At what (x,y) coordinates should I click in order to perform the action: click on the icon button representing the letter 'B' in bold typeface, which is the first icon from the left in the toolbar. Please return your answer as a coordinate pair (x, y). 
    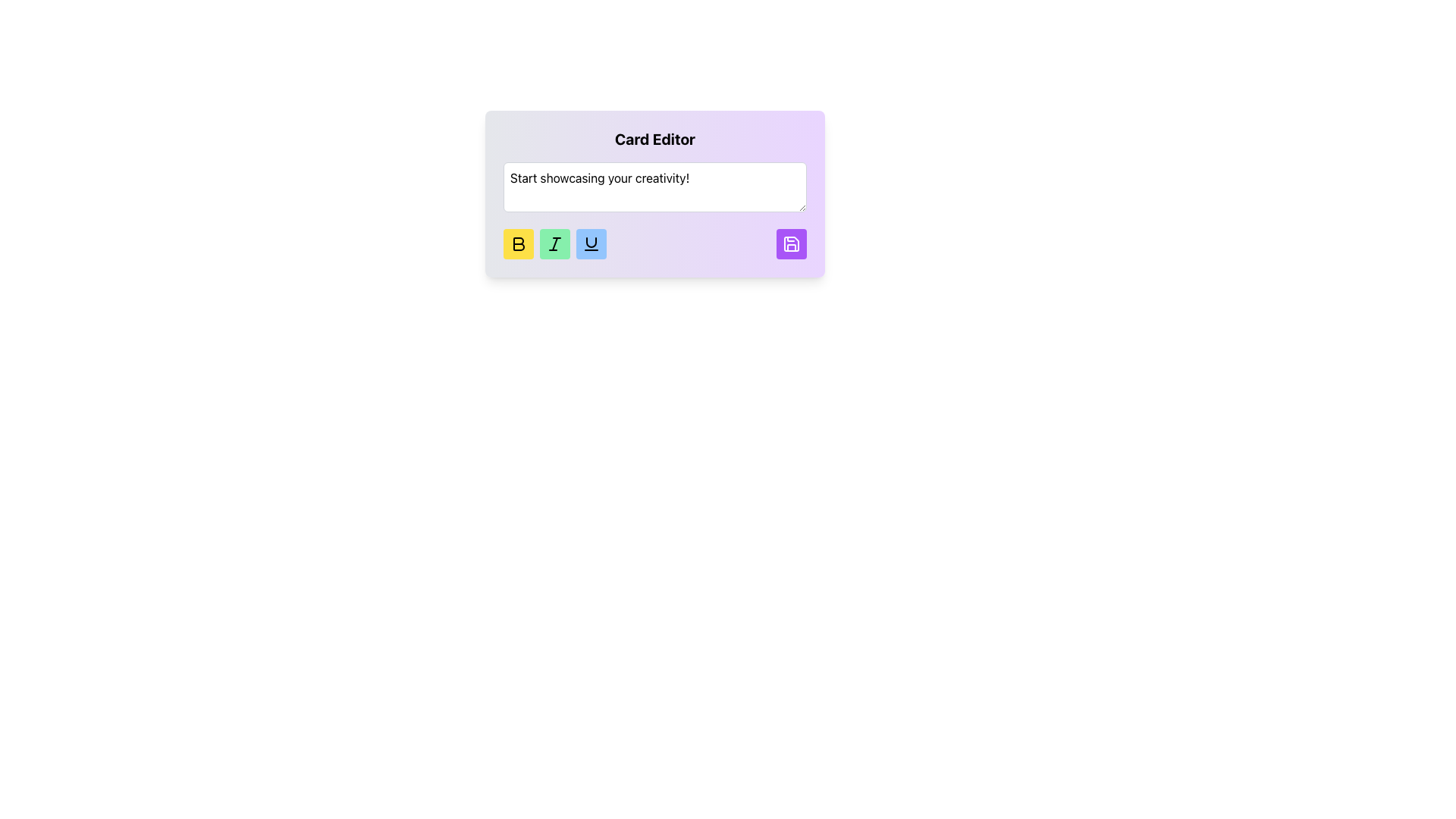
    Looking at the image, I should click on (519, 243).